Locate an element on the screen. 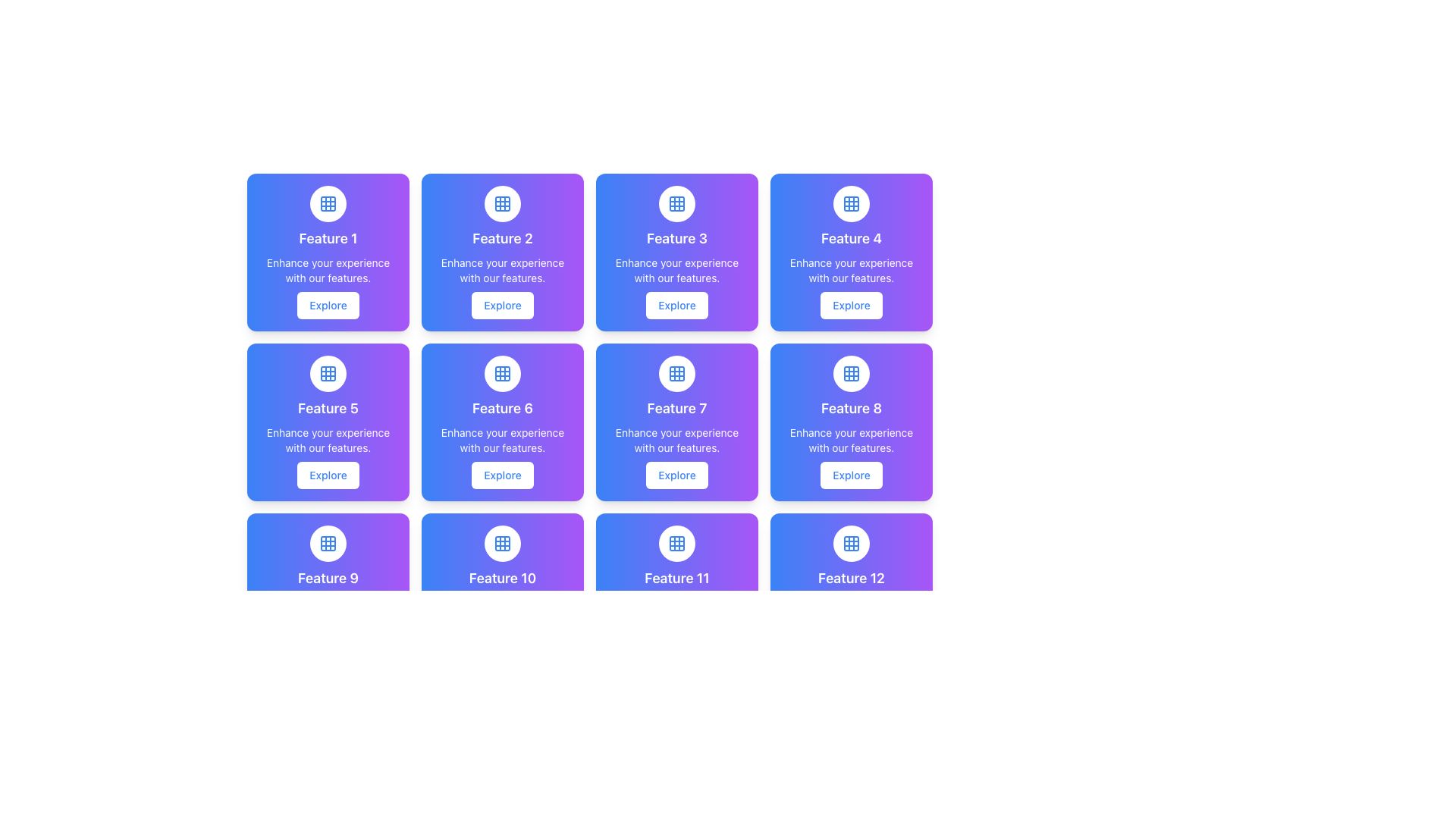 Image resolution: width=1456 pixels, height=819 pixels. the title text of the tenth card in the grid of feature cards, located in the bottom row and second column from the left, to read it is located at coordinates (502, 579).